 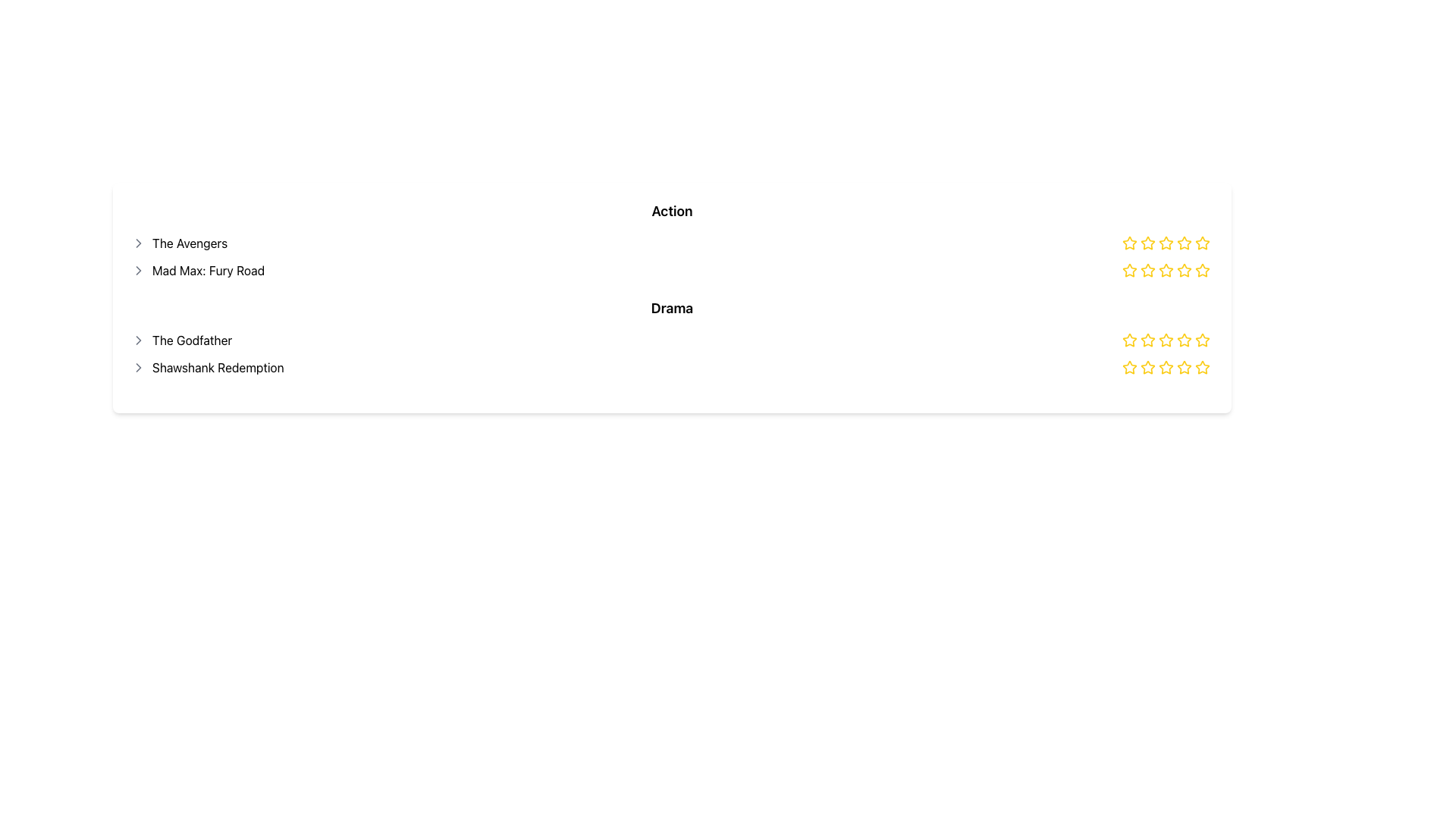 What do you see at coordinates (1167, 270) in the screenshot?
I see `the third yellow star icon in the rating array` at bounding box center [1167, 270].